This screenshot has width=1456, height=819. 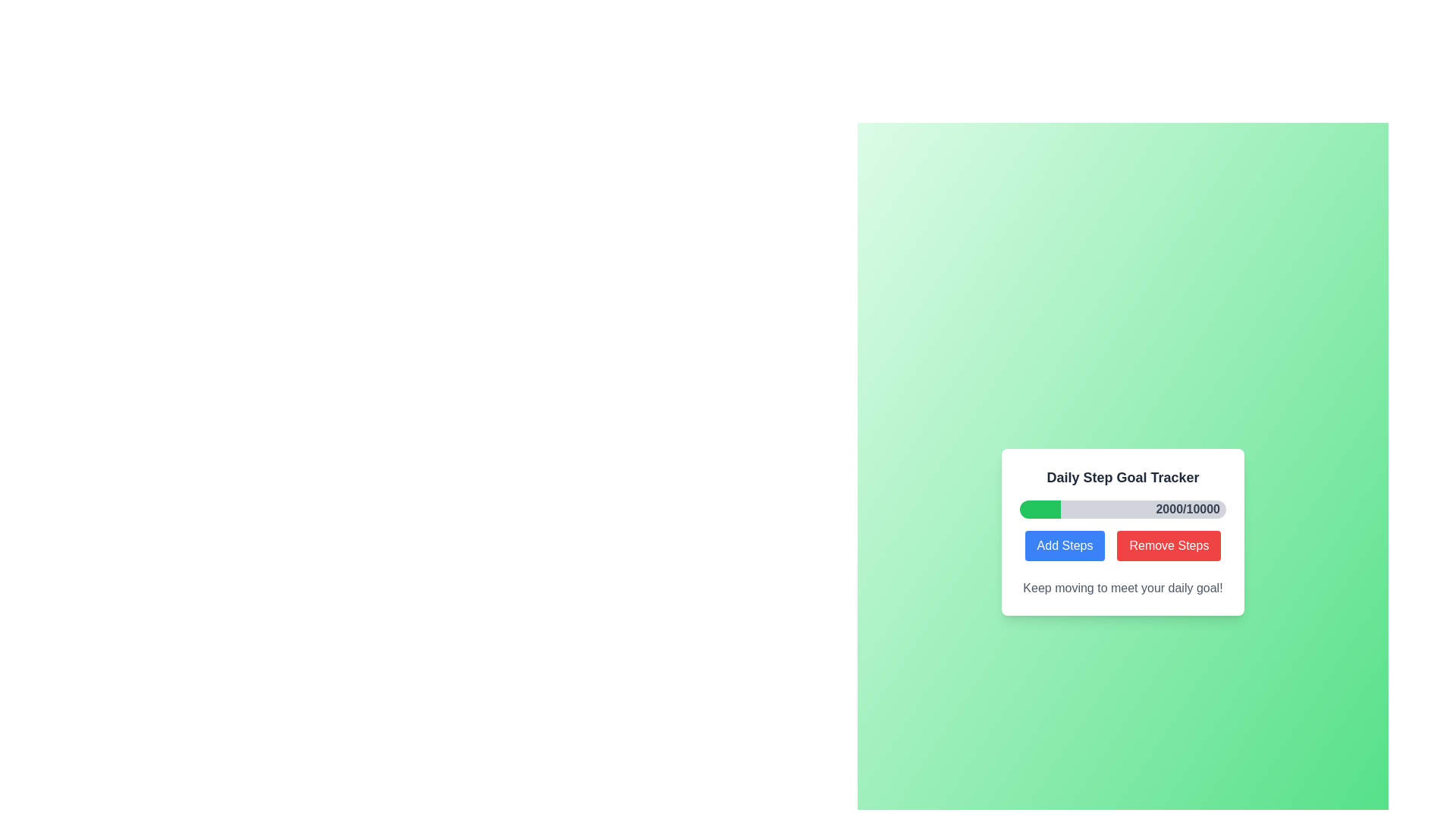 What do you see at coordinates (1168, 546) in the screenshot?
I see `the second interactive button designed to decrease the recorded steps in the daily step goal tracker` at bounding box center [1168, 546].